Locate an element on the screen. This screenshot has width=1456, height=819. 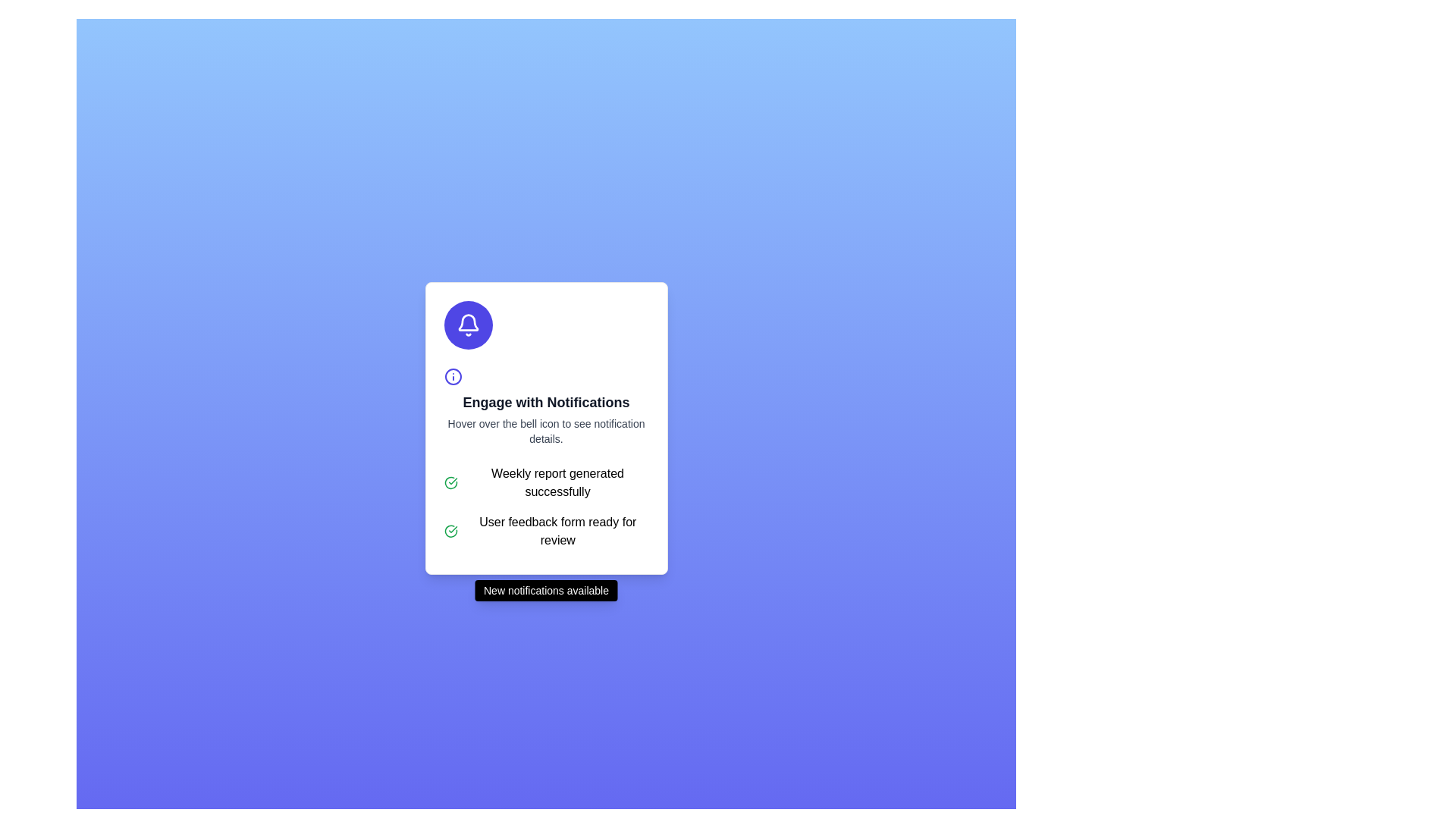
title text of the modal box that summarizes the purpose of the notifications, located below the circular purple bell and blue info icons is located at coordinates (546, 402).